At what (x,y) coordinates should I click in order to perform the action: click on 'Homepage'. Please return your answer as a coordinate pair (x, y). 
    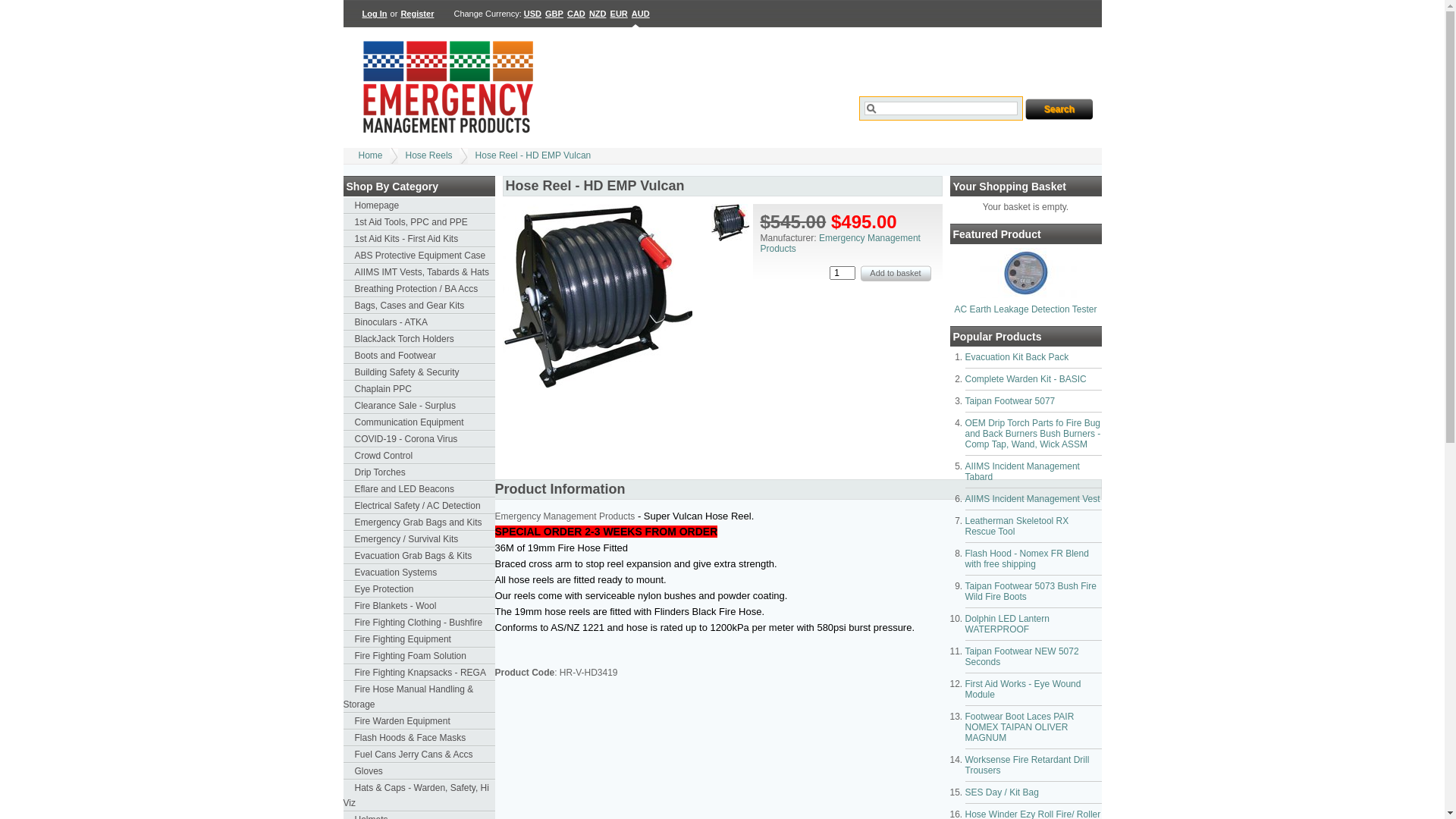
    Looking at the image, I should click on (419, 205).